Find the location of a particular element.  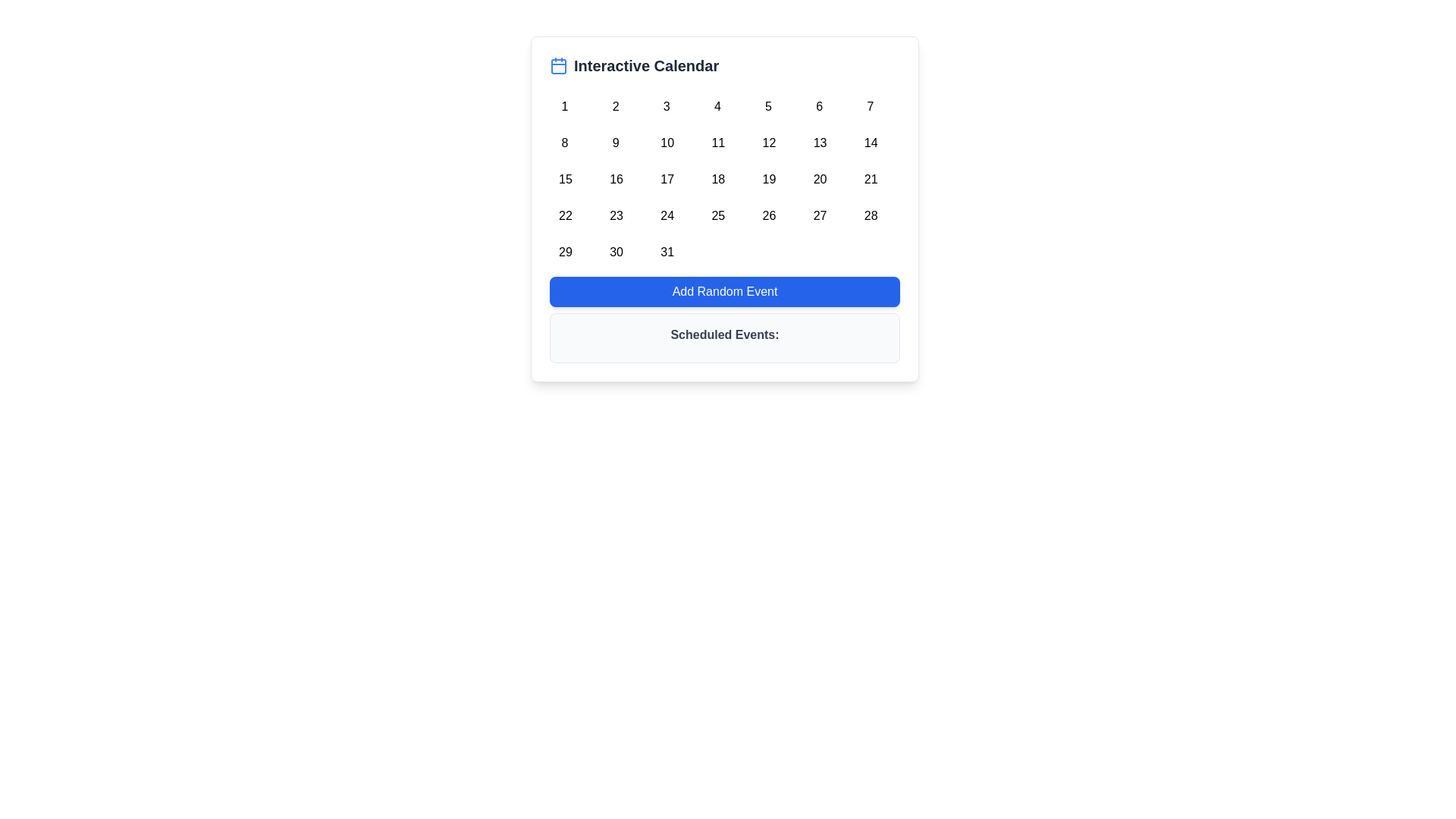

the selectable calendar day button for the date '28' to change its background color is located at coordinates (870, 213).